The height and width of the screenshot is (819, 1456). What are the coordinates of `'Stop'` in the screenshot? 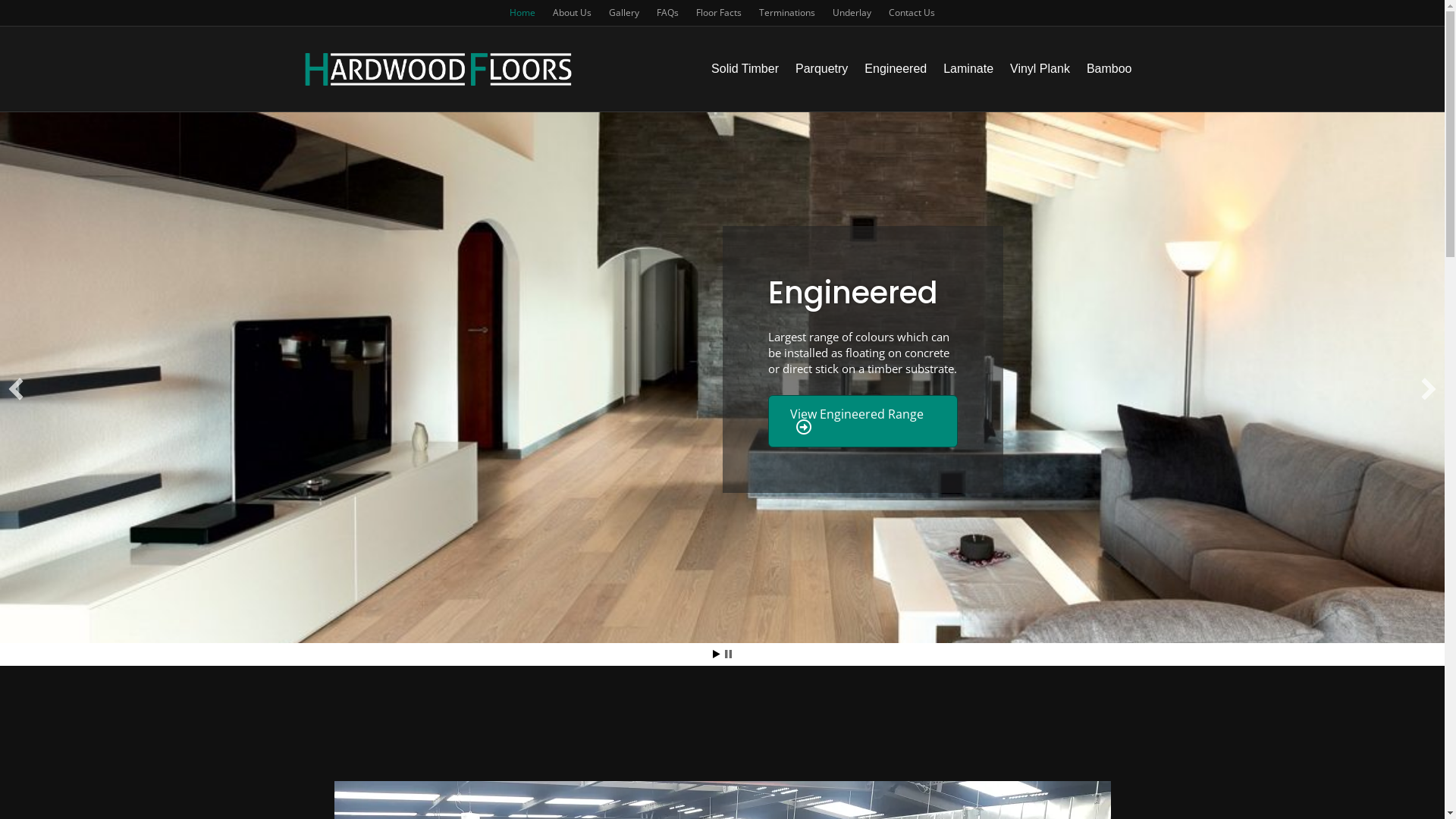 It's located at (728, 653).